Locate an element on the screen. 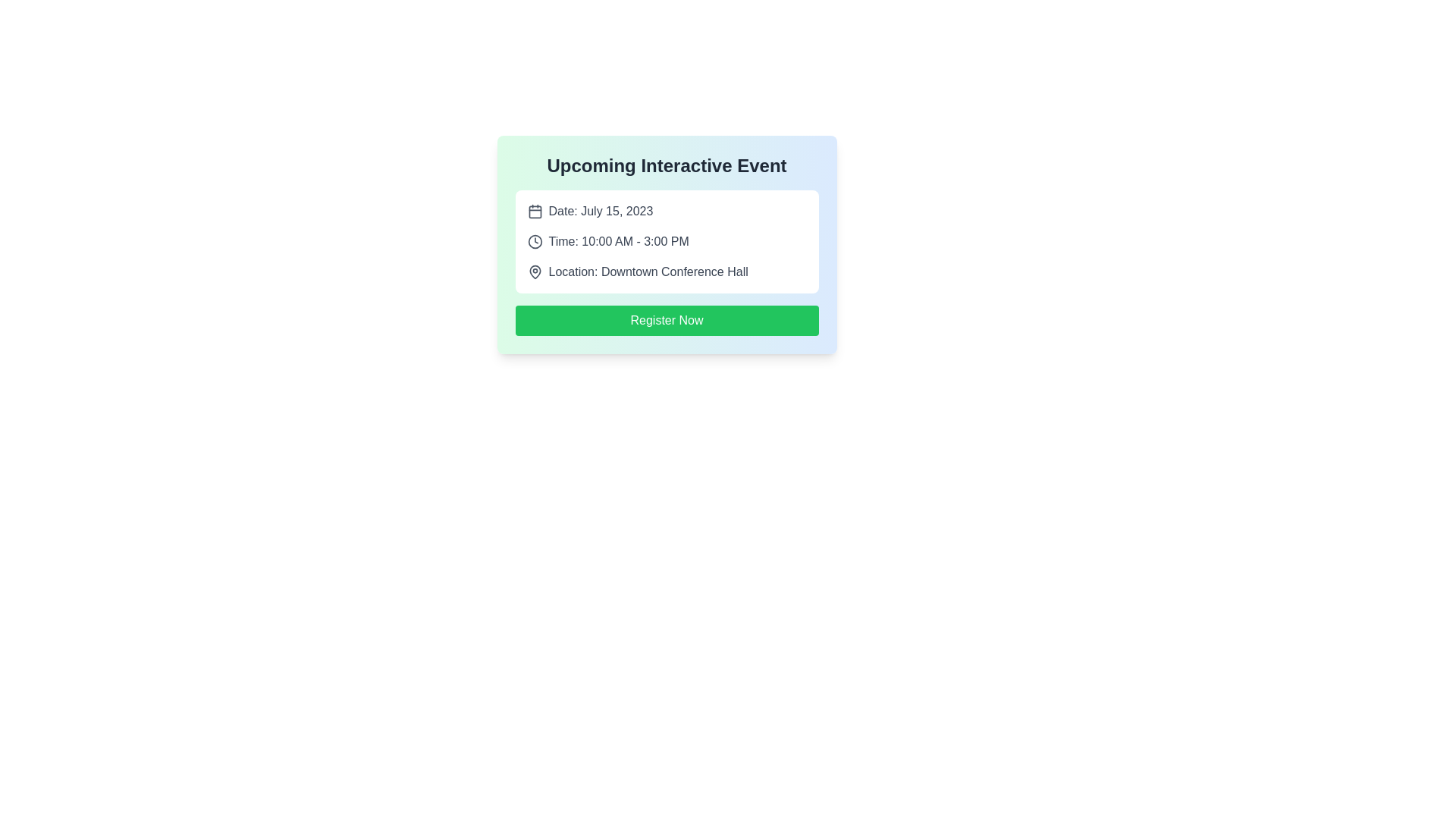 Image resolution: width=1456 pixels, height=819 pixels. the static text label displaying 'Location: Downtown Conference Hall', which is styled in gray and located below the event time information is located at coordinates (648, 271).